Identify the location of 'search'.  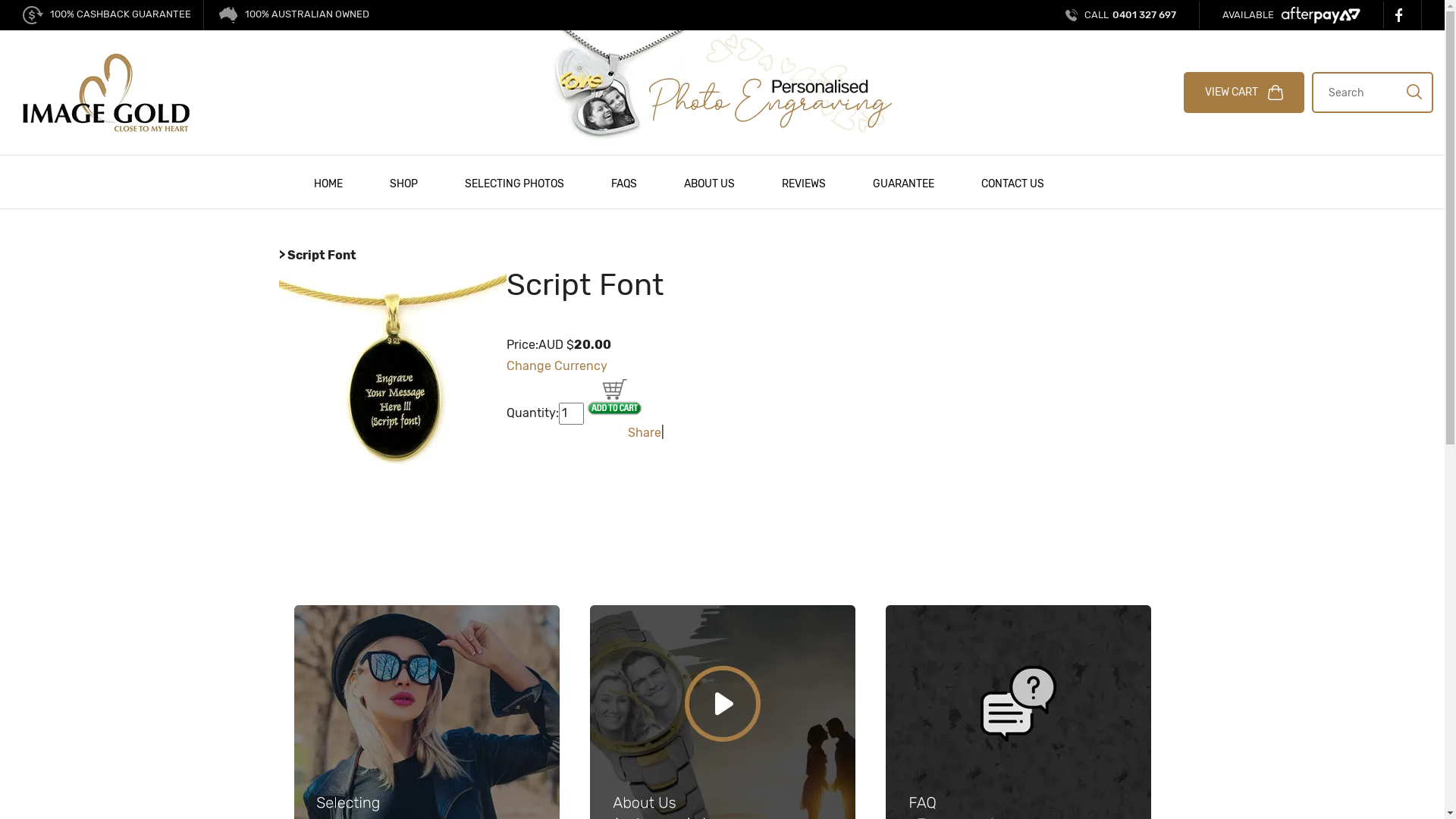
(1414, 90).